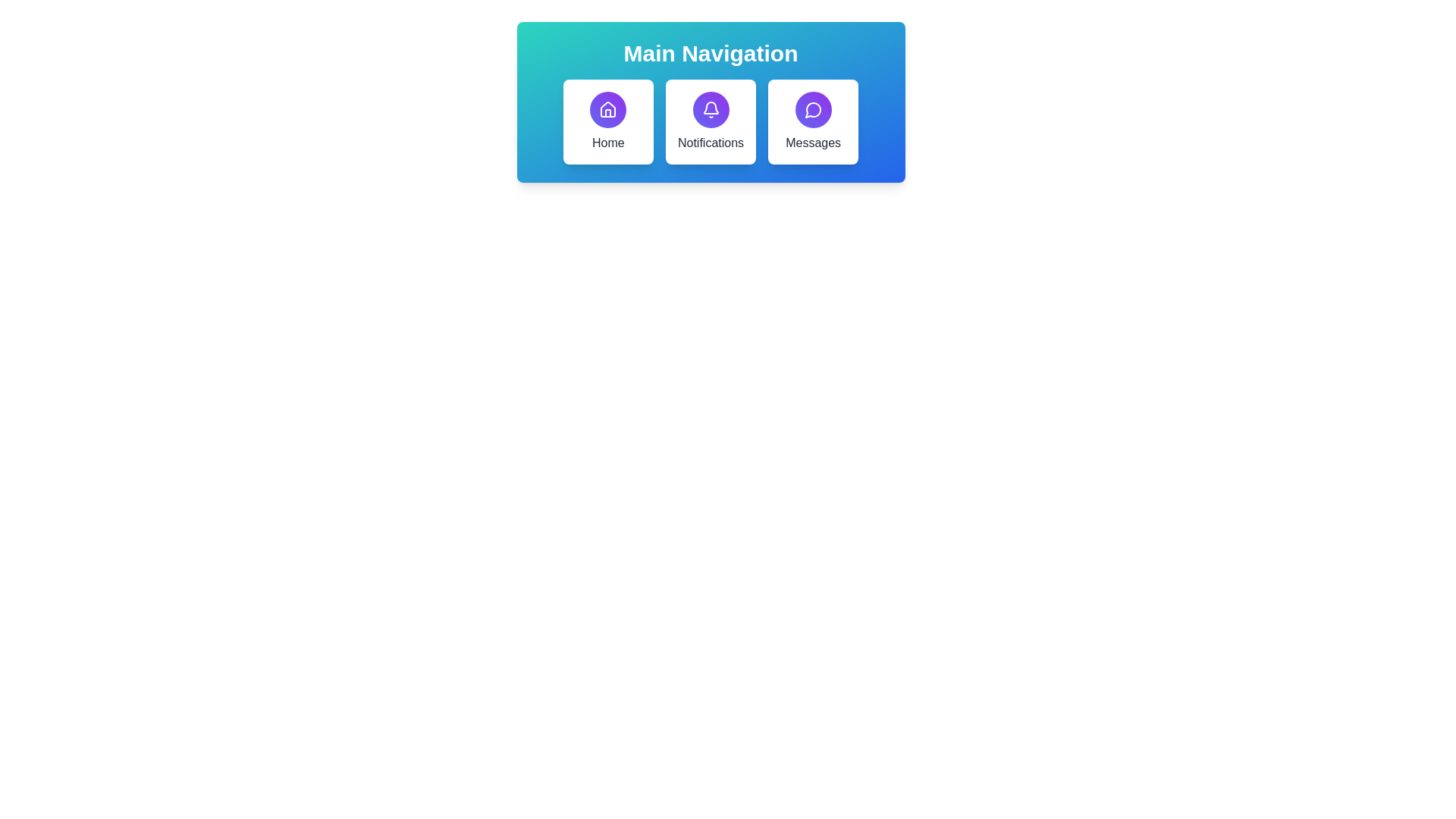 The image size is (1456, 819). I want to click on the 'Messages' label, which is a dark gray text label located centrally below a circular icon within a white card, so click(812, 143).